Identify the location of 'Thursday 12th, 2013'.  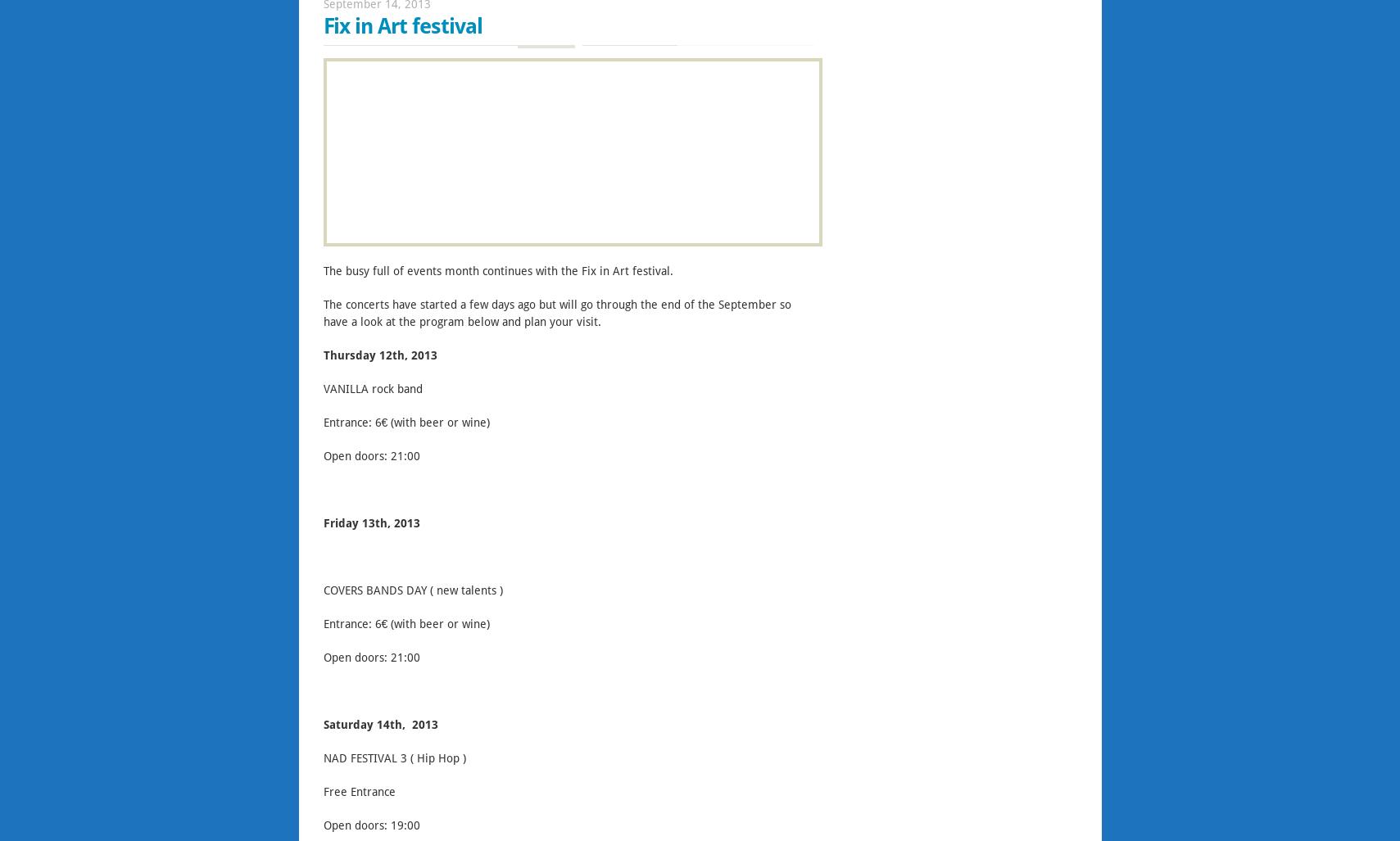
(378, 355).